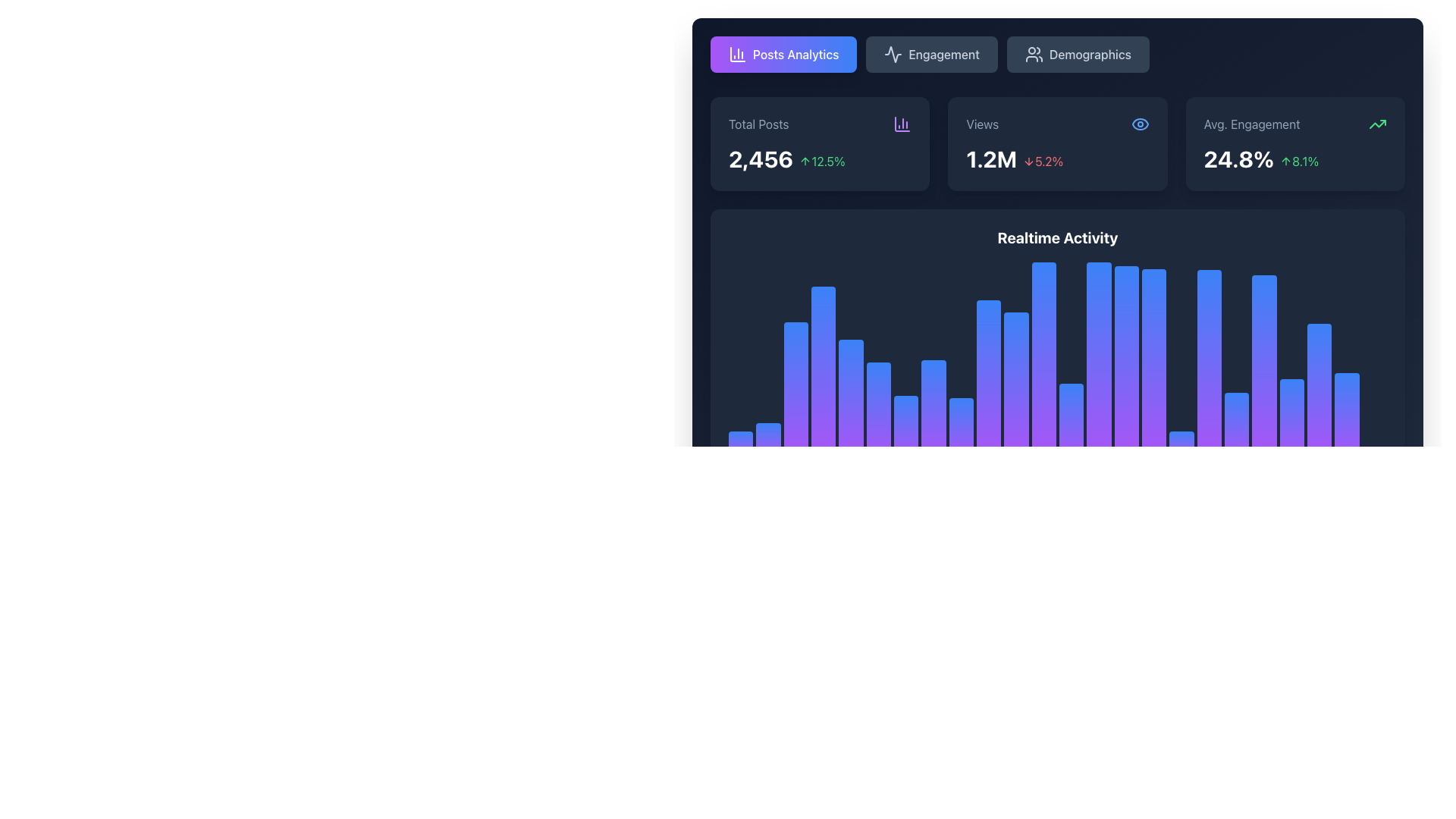  What do you see at coordinates (1126, 408) in the screenshot?
I see `the 15th vertical gradient bar in the 'Realtime Activity' section of the dashboard, which transitions from purple at the bottom to blue at the top` at bounding box center [1126, 408].